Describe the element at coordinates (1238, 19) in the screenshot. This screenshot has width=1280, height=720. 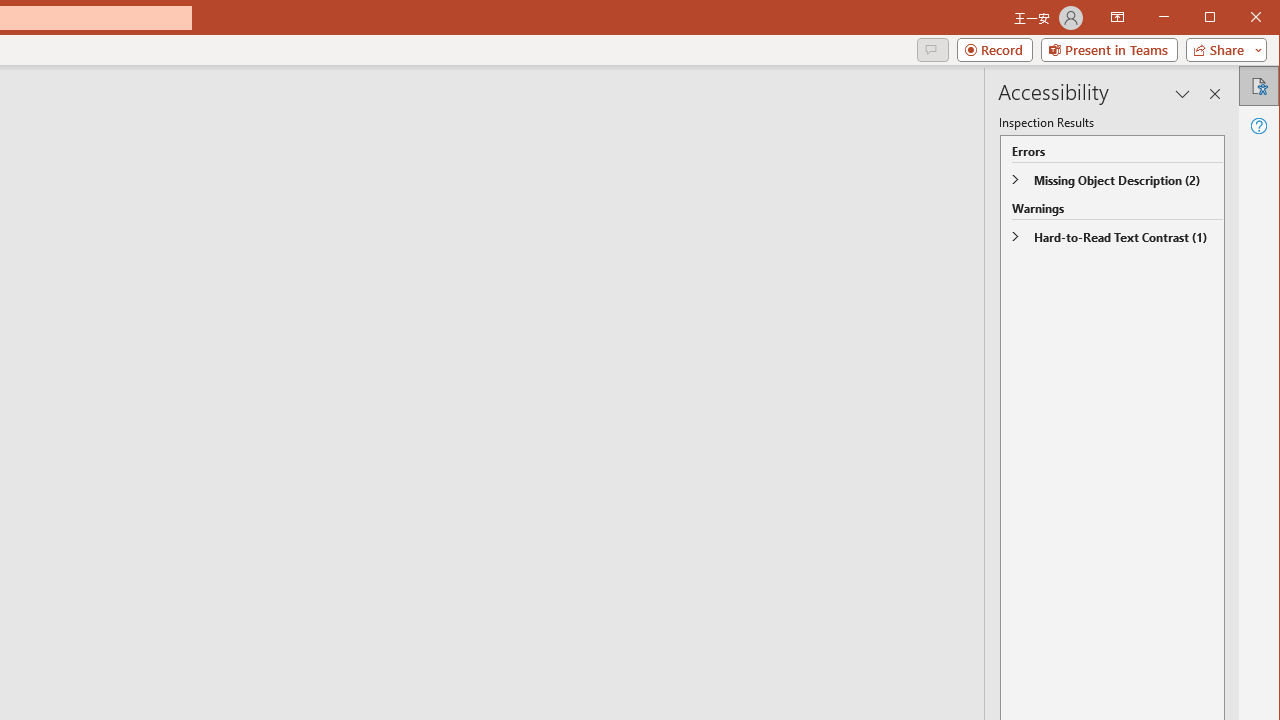
I see `'Maximize'` at that location.